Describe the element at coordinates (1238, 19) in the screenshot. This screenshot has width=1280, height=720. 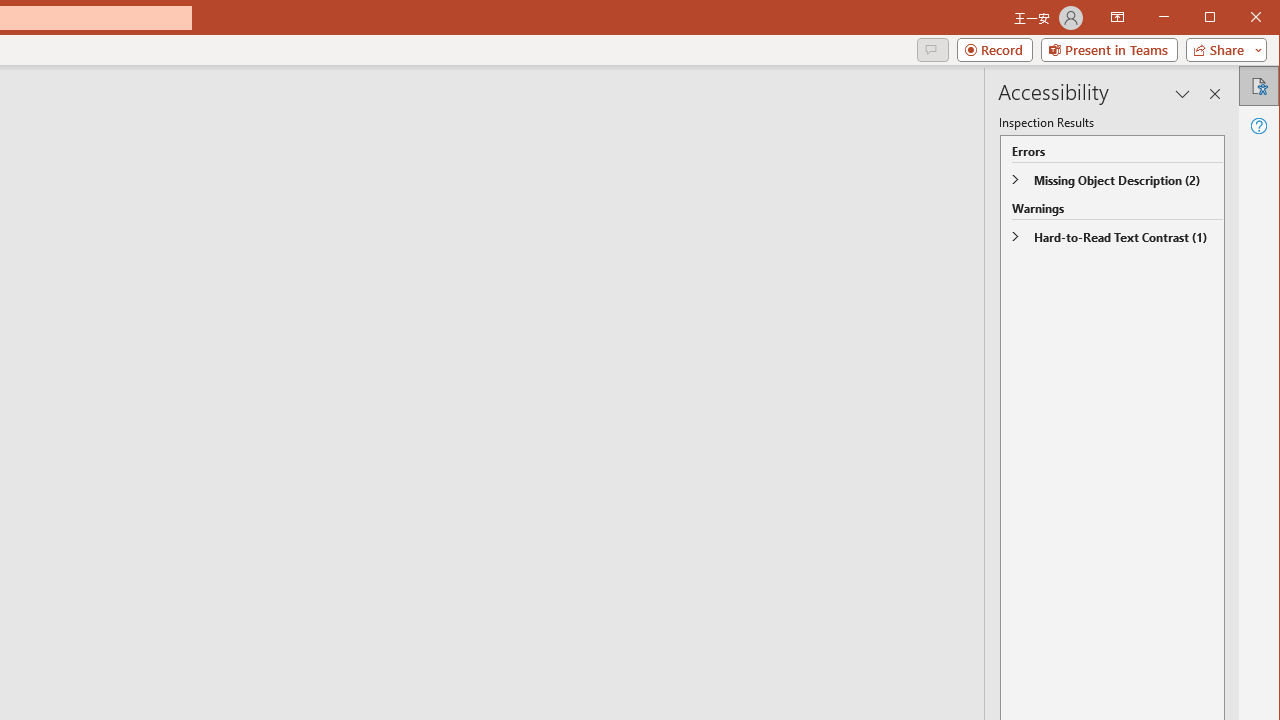
I see `'Maximize'` at that location.